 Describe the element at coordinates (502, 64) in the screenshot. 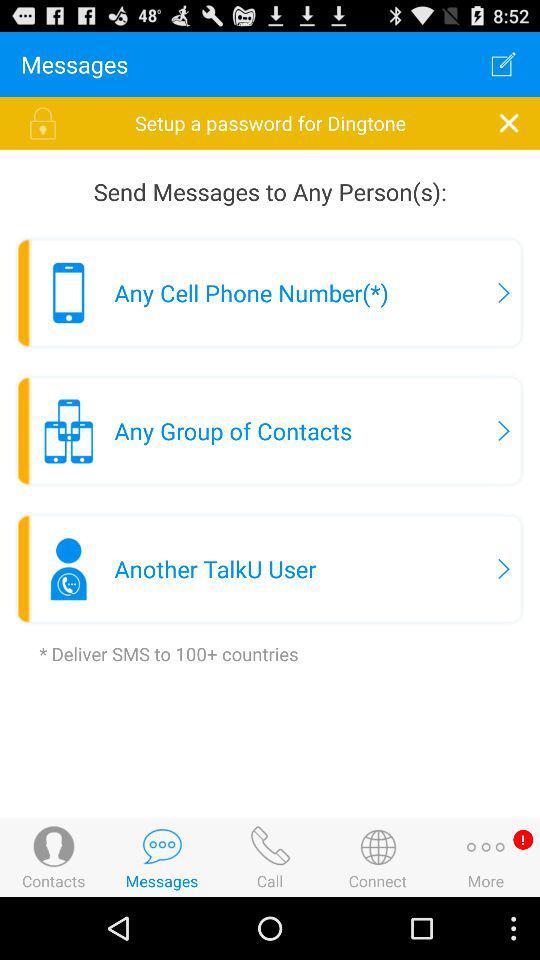

I see `item to the right of messages item` at that location.